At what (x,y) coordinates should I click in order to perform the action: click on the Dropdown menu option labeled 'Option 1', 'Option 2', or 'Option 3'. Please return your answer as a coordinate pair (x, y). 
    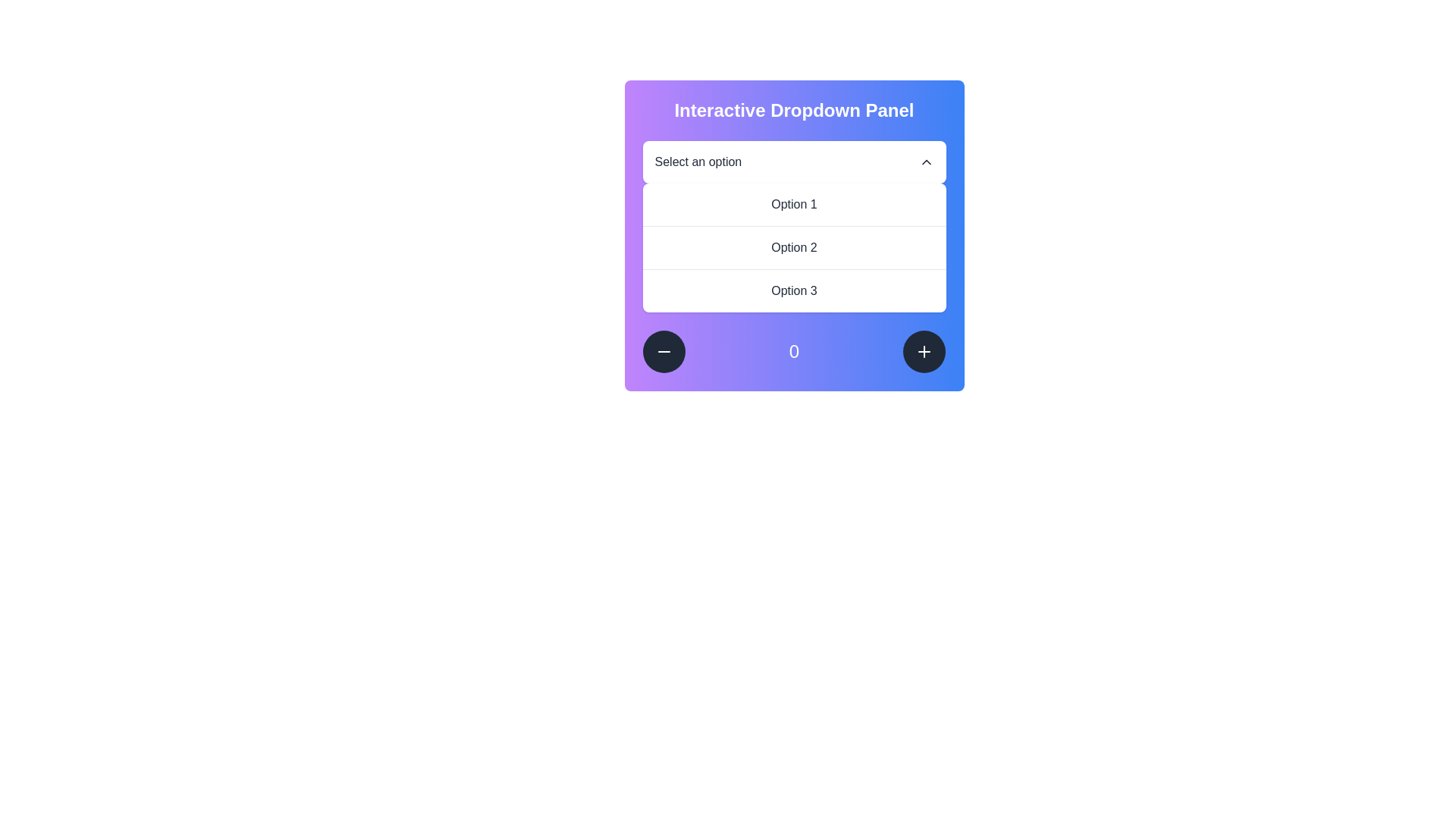
    Looking at the image, I should click on (793, 227).